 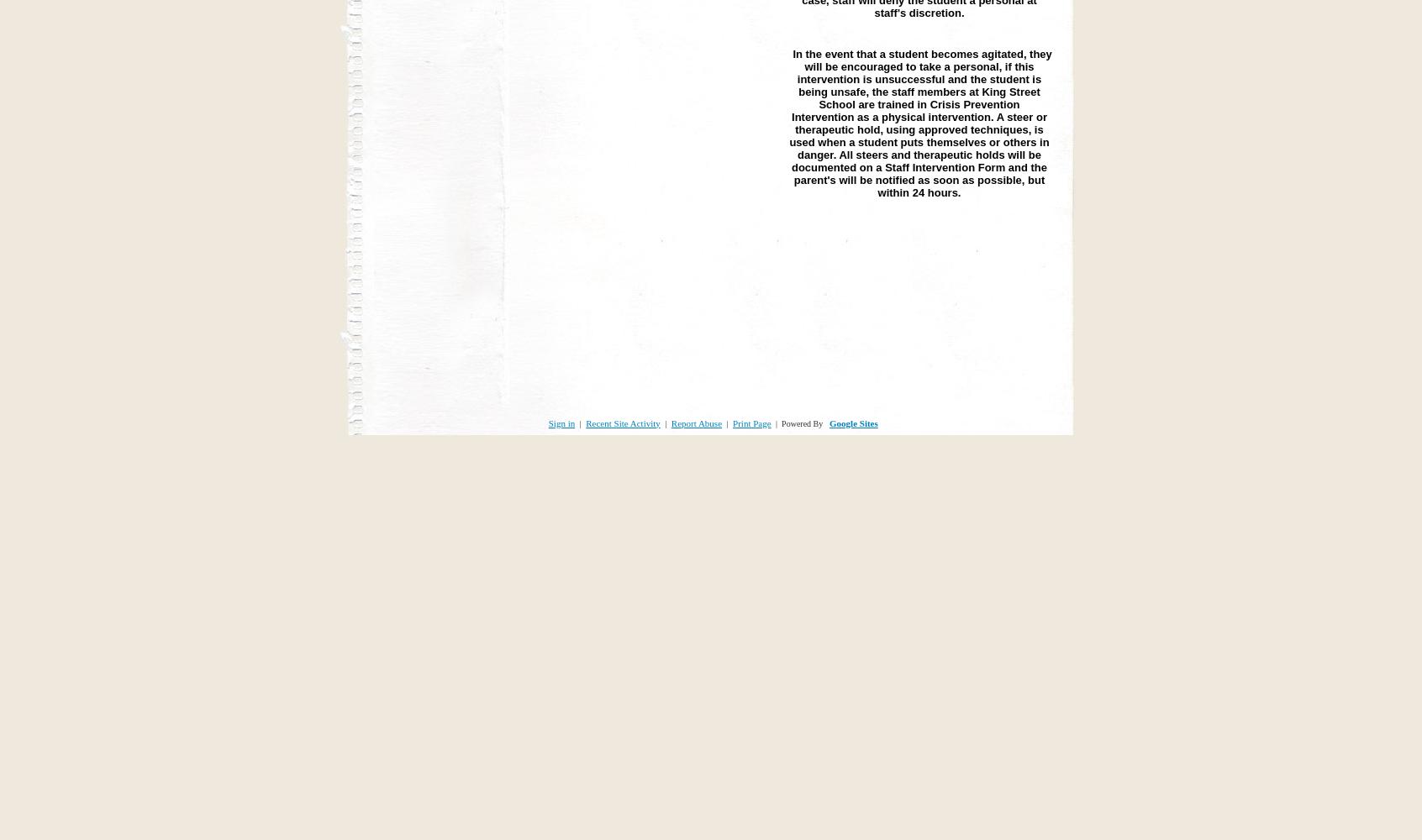 I want to click on 'Recent Site Activity', so click(x=621, y=423).